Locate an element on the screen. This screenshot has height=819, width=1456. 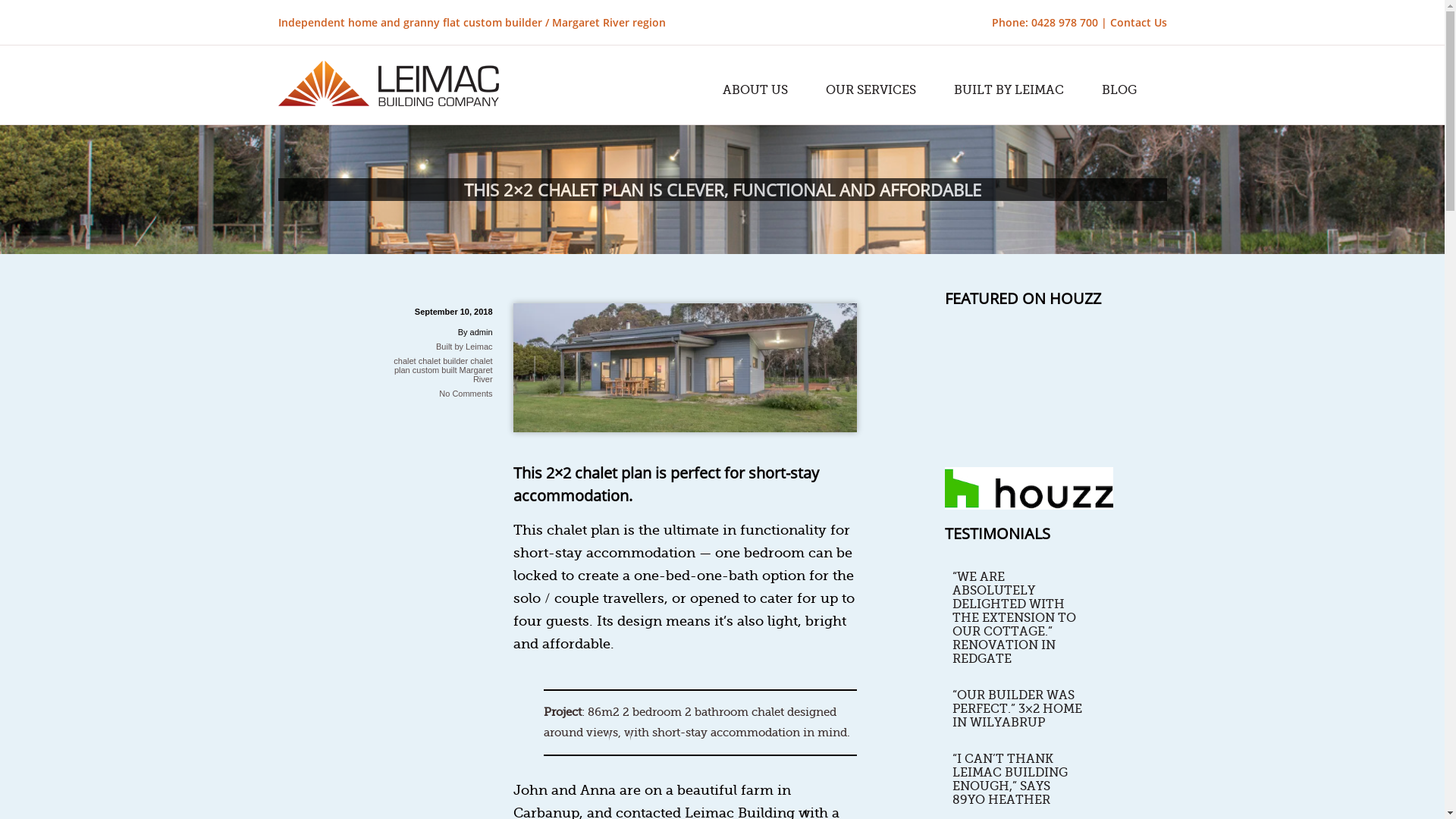
'chalet builder' is located at coordinates (442, 360).